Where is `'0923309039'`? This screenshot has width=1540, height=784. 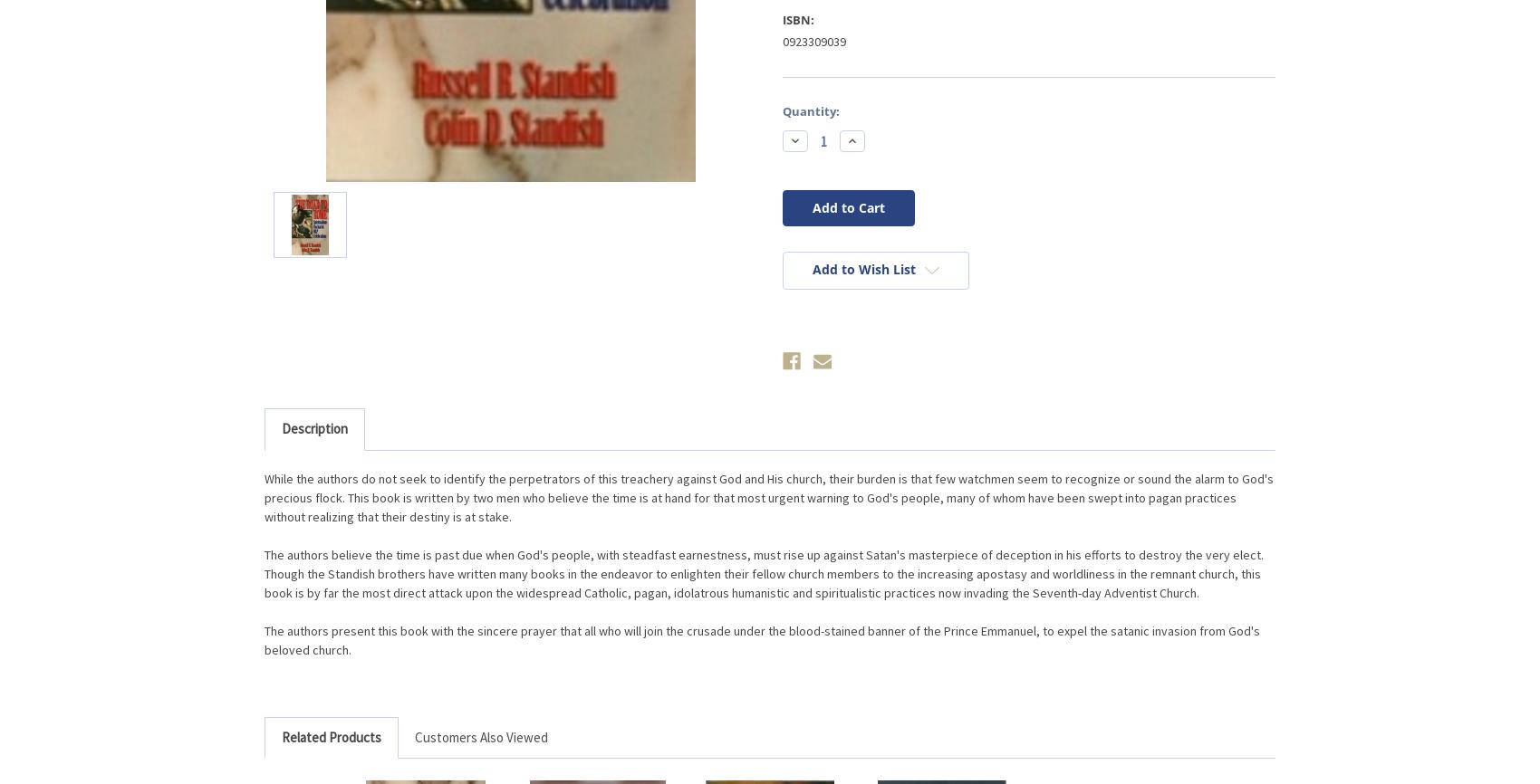 '0923309039' is located at coordinates (813, 41).